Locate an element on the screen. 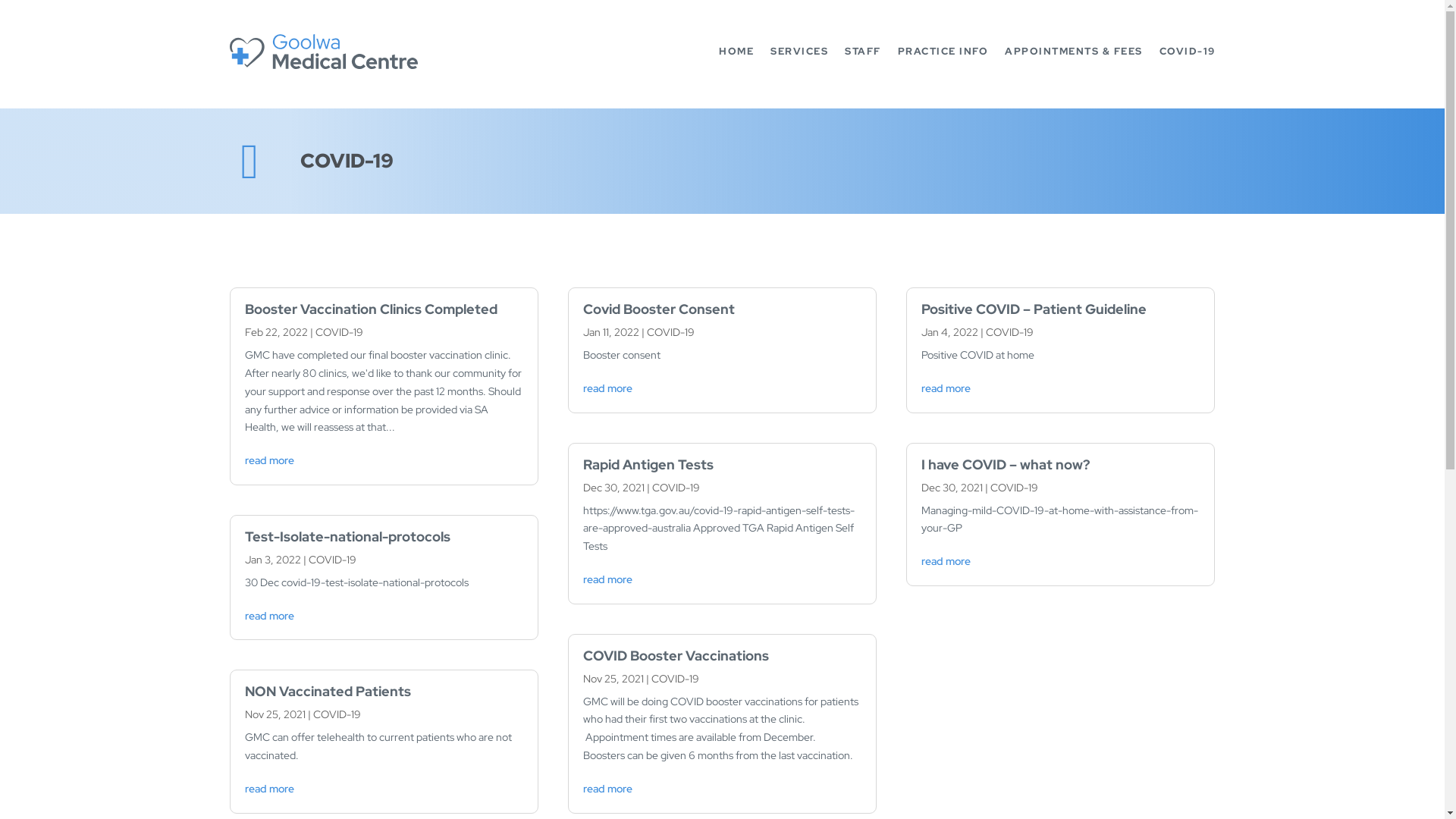 Image resolution: width=1456 pixels, height=819 pixels. 'COVID-19' is located at coordinates (335, 714).